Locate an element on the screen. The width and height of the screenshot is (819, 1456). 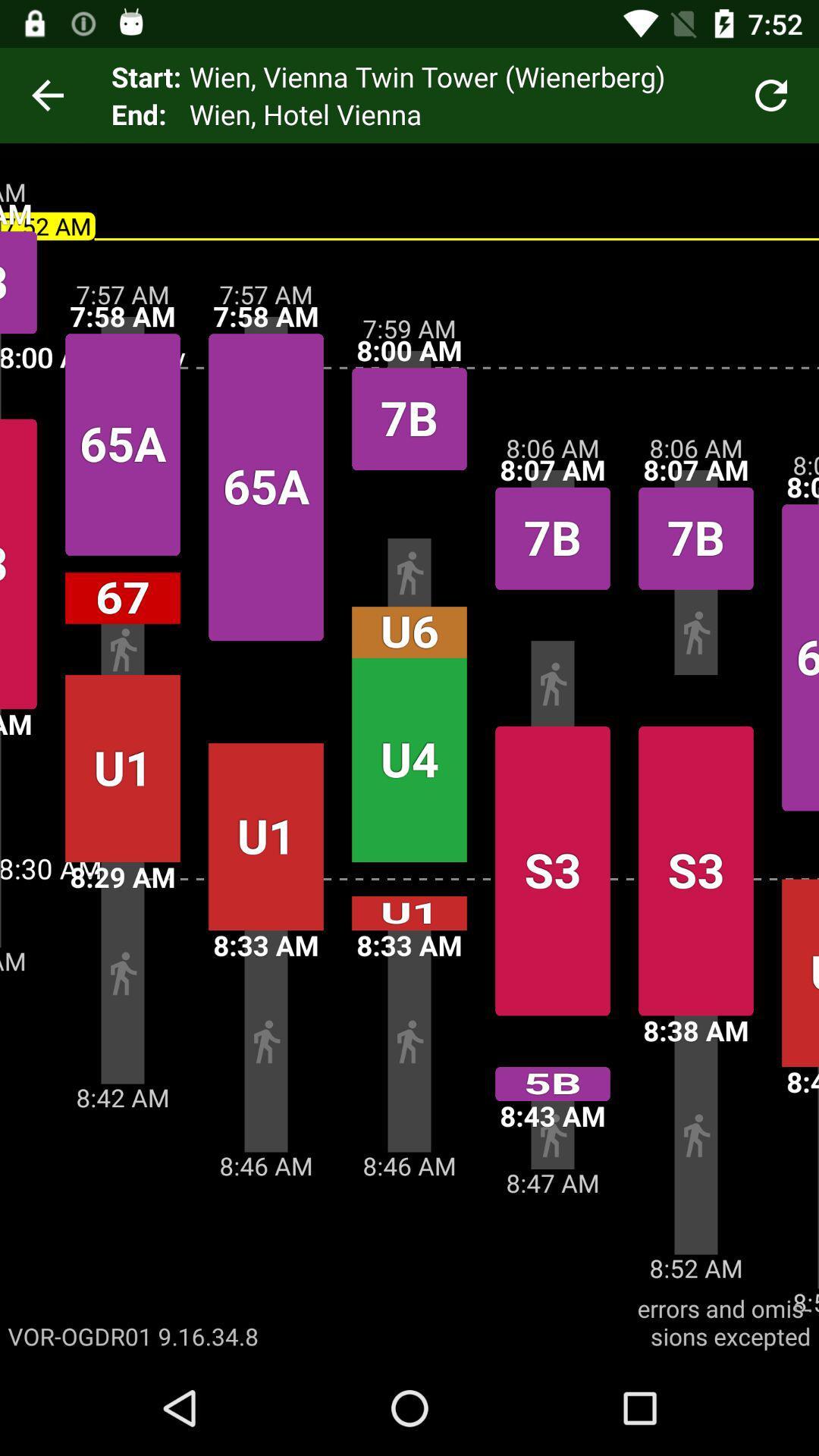
item to the left of the start: item is located at coordinates (46, 94).